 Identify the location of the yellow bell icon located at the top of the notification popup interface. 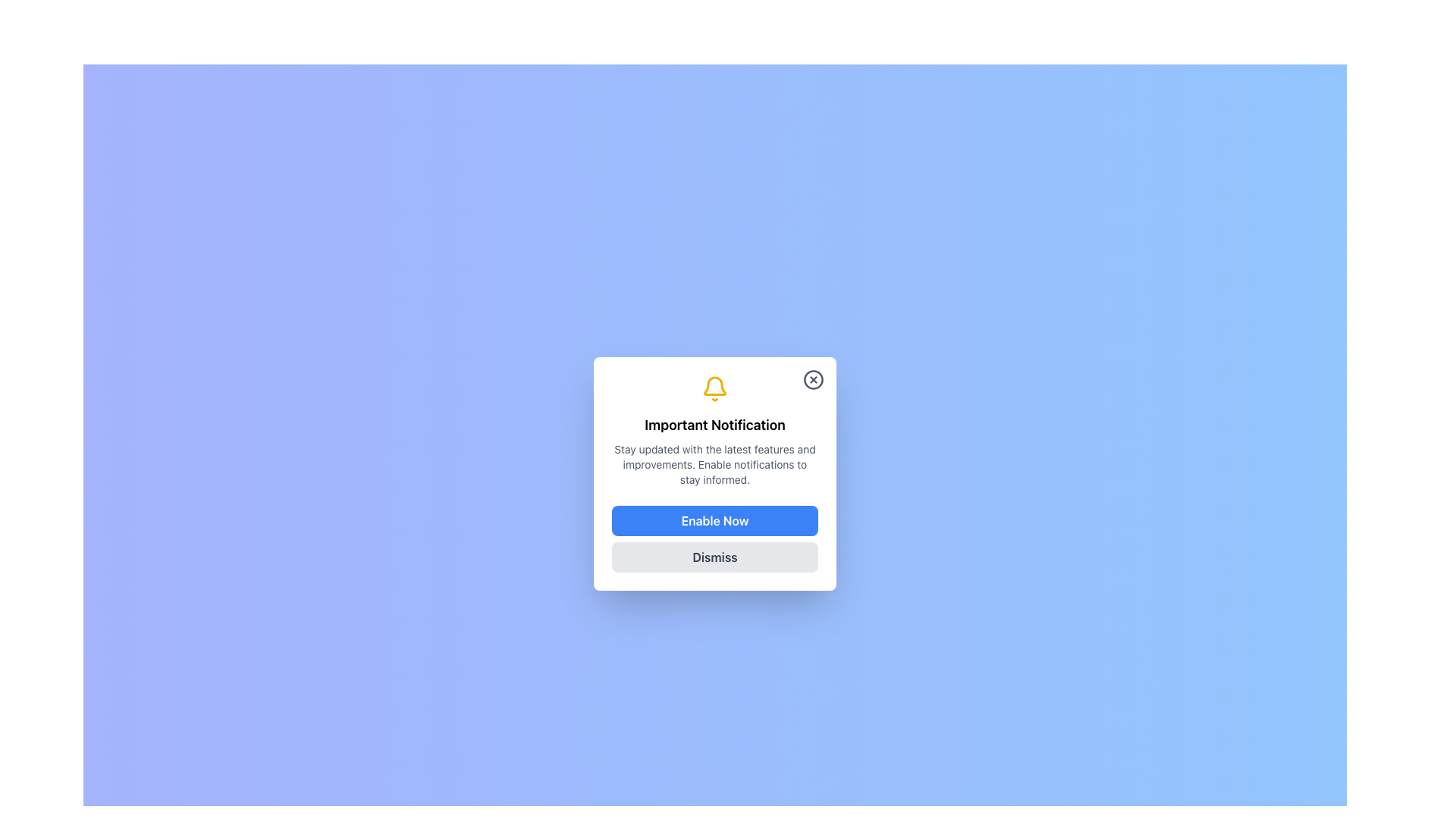
(714, 388).